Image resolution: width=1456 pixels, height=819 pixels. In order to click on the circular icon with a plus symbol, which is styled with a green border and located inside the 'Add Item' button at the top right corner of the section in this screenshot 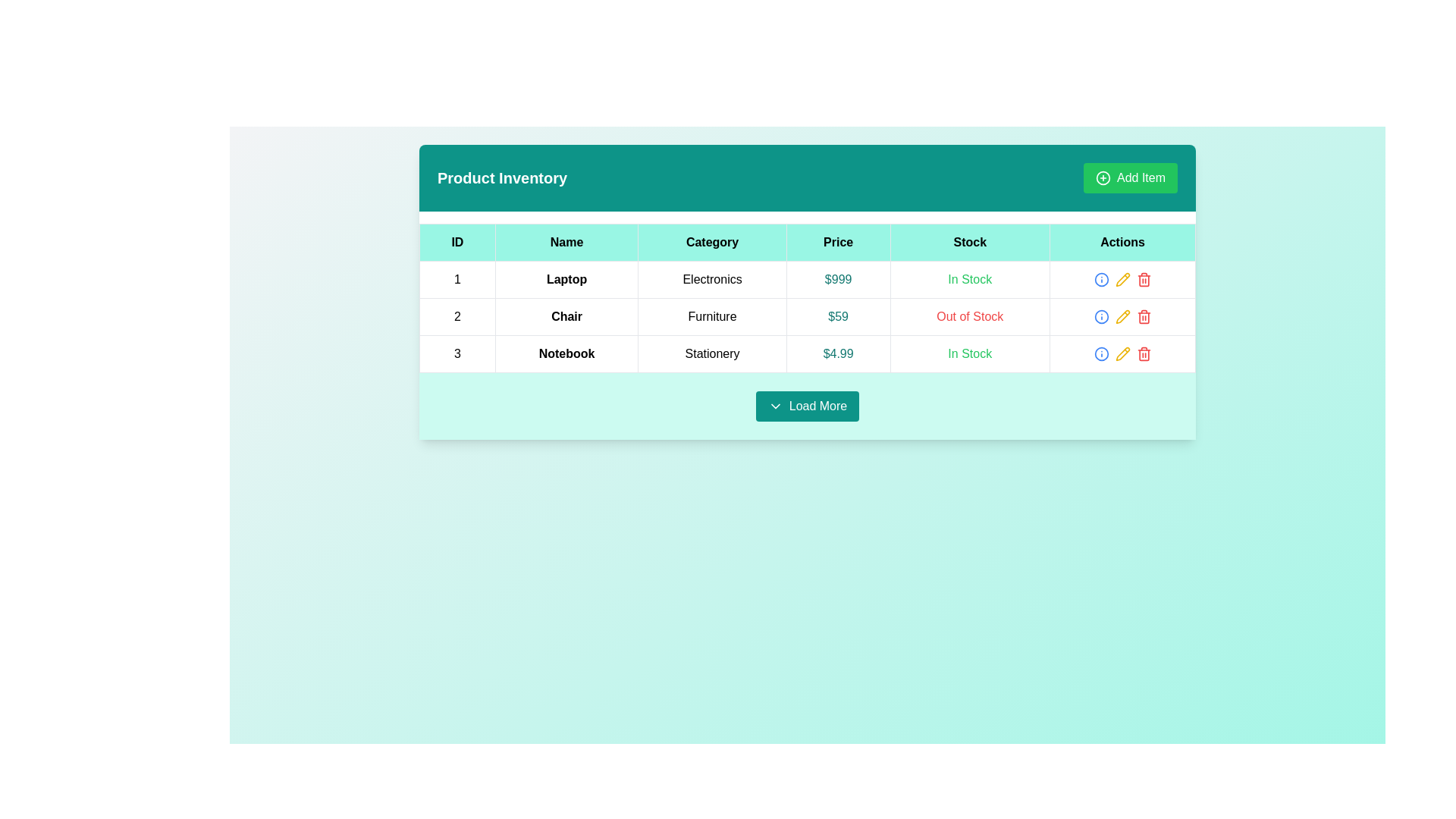, I will do `click(1103, 177)`.